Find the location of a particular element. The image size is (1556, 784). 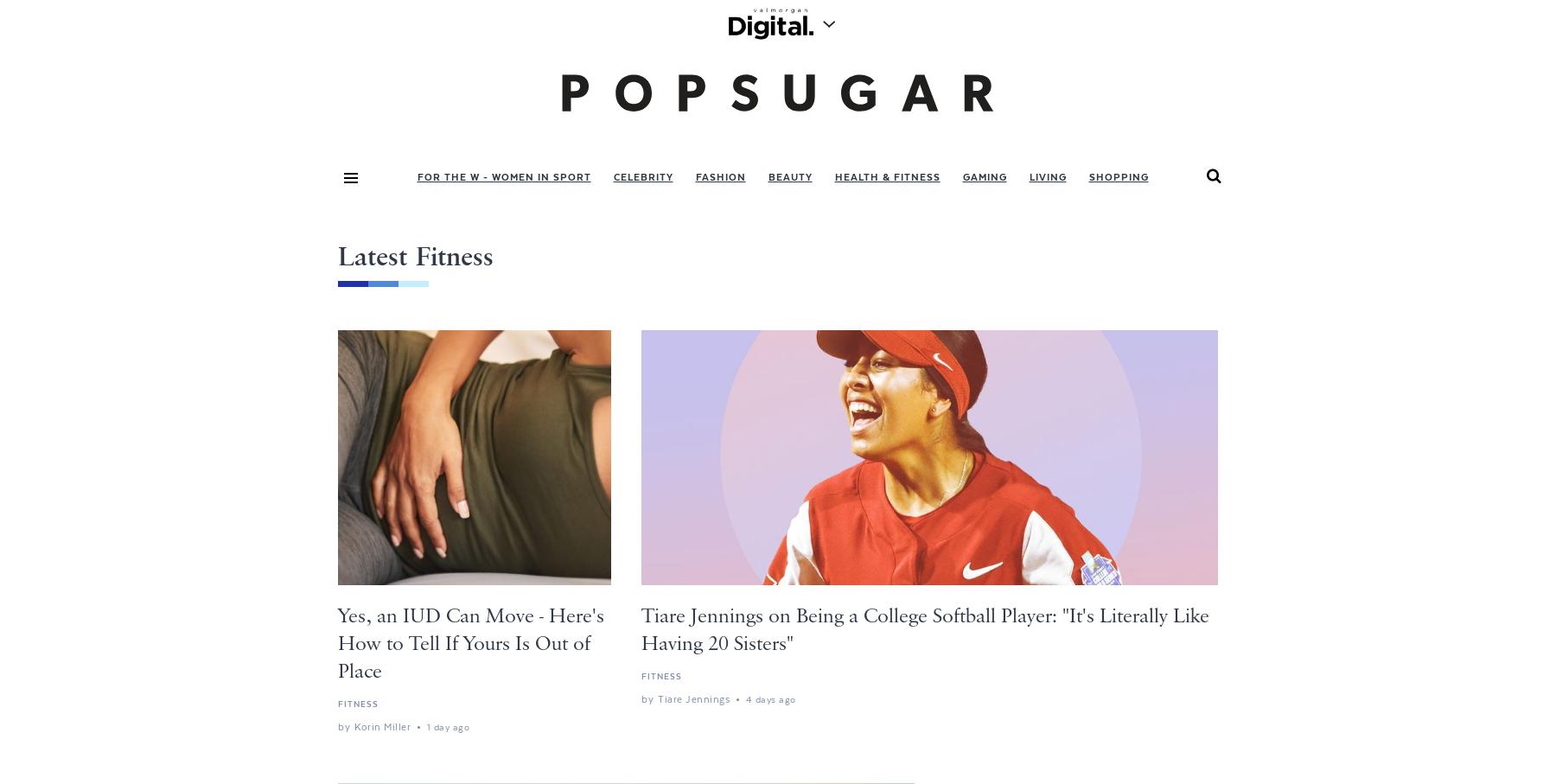

'Shopping' is located at coordinates (1118, 175).